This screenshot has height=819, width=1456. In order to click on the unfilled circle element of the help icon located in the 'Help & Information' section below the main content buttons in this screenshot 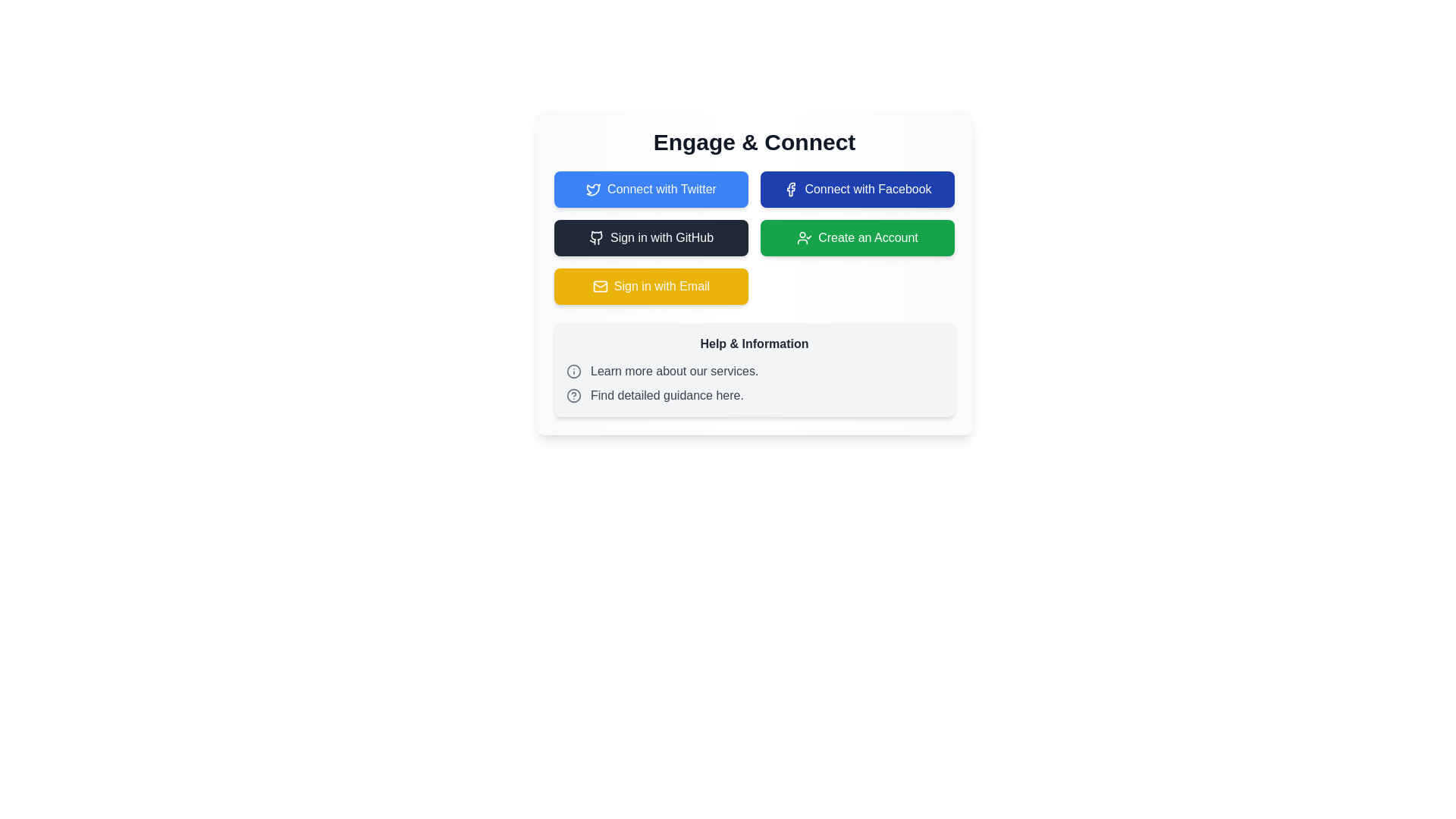, I will do `click(573, 394)`.